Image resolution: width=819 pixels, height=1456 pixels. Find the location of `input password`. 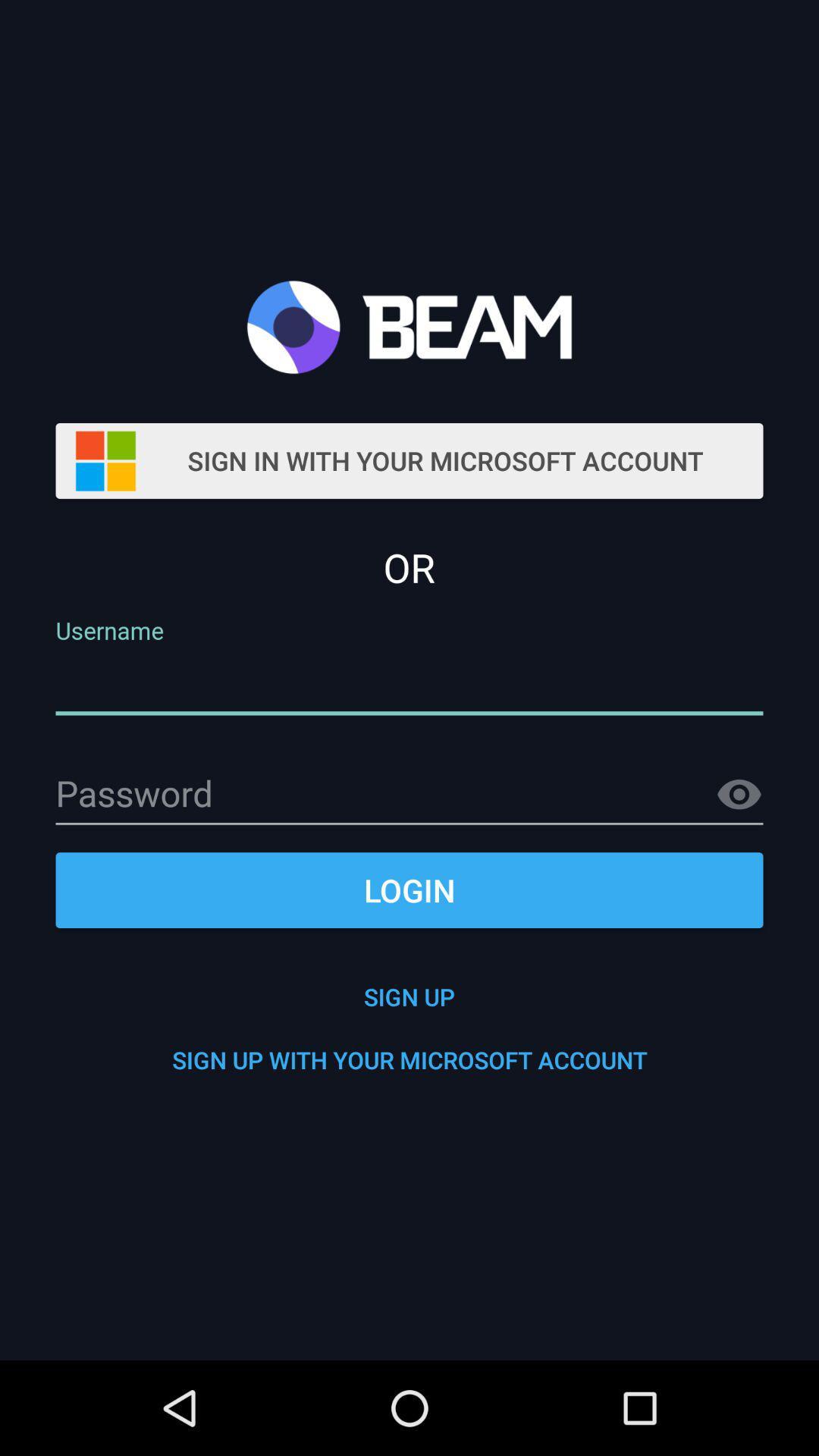

input password is located at coordinates (409, 795).